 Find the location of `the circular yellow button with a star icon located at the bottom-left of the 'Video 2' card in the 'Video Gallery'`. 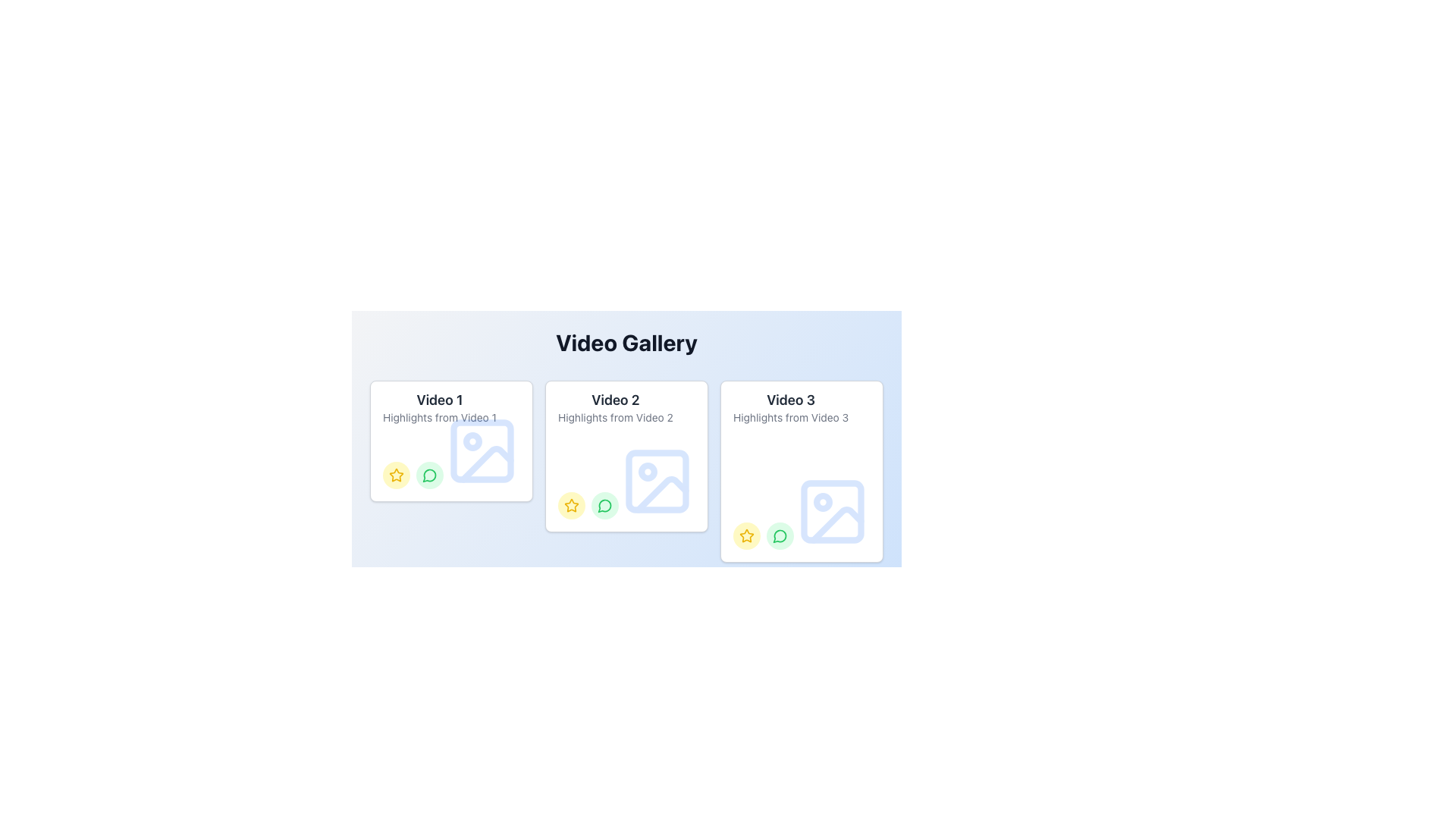

the circular yellow button with a star icon located at the bottom-left of the 'Video 2' card in the 'Video Gallery' is located at coordinates (570, 506).